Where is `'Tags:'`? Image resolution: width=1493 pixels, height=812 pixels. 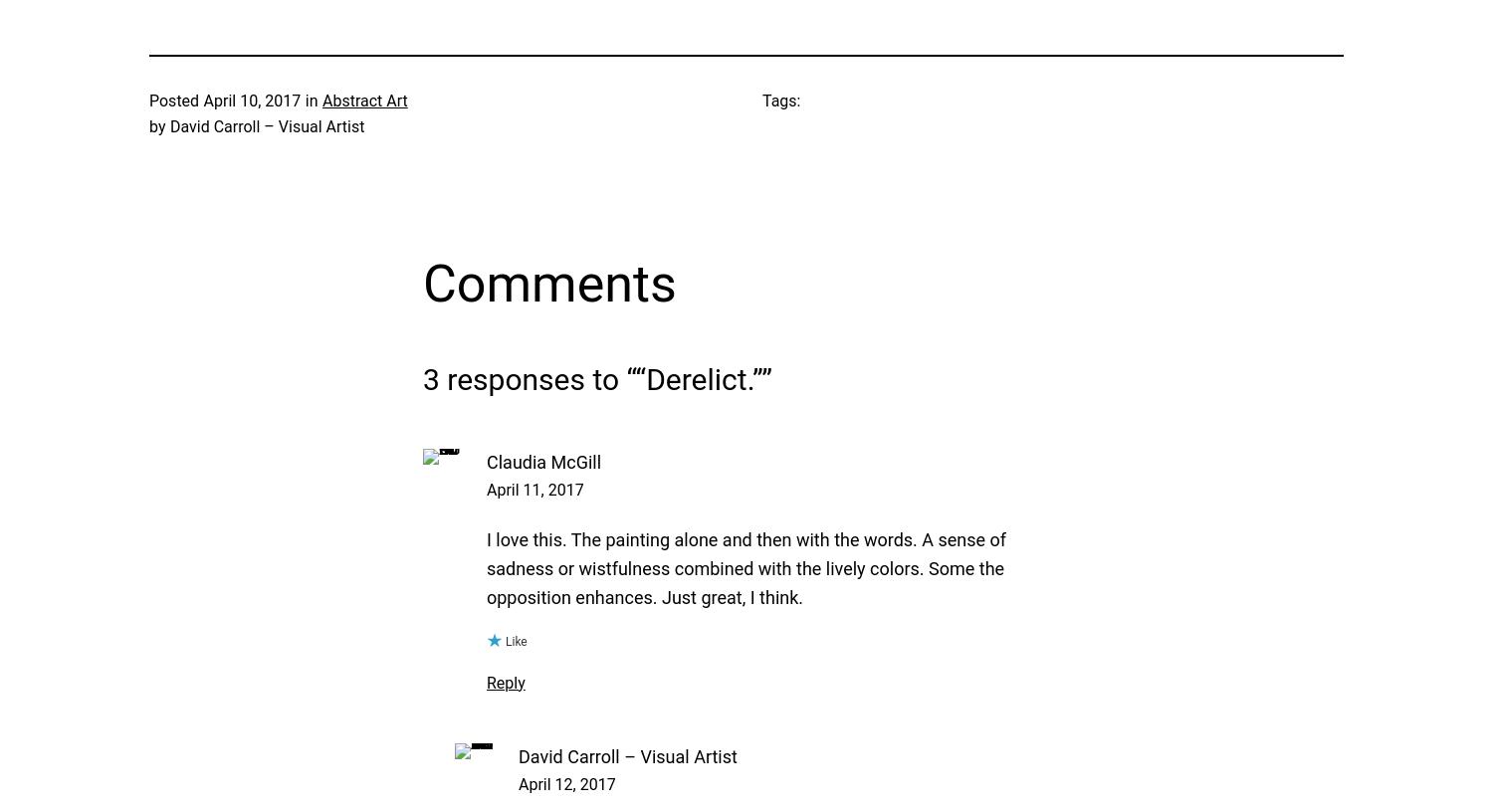
'Tags:' is located at coordinates (780, 99).